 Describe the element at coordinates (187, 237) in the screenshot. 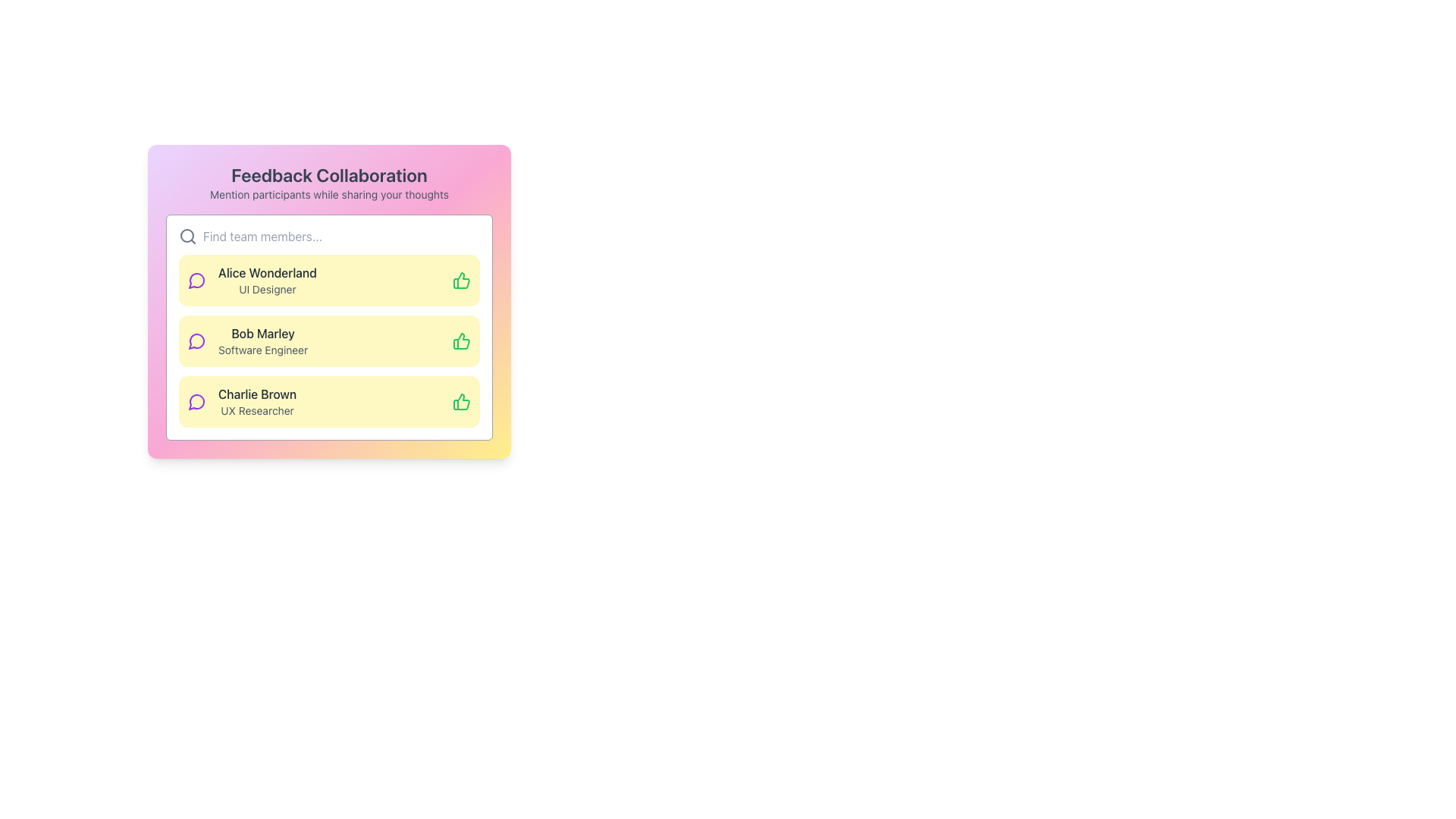

I see `the magnifying glass-shaped search icon located to the left of the 'Find team members...' text input field` at that location.